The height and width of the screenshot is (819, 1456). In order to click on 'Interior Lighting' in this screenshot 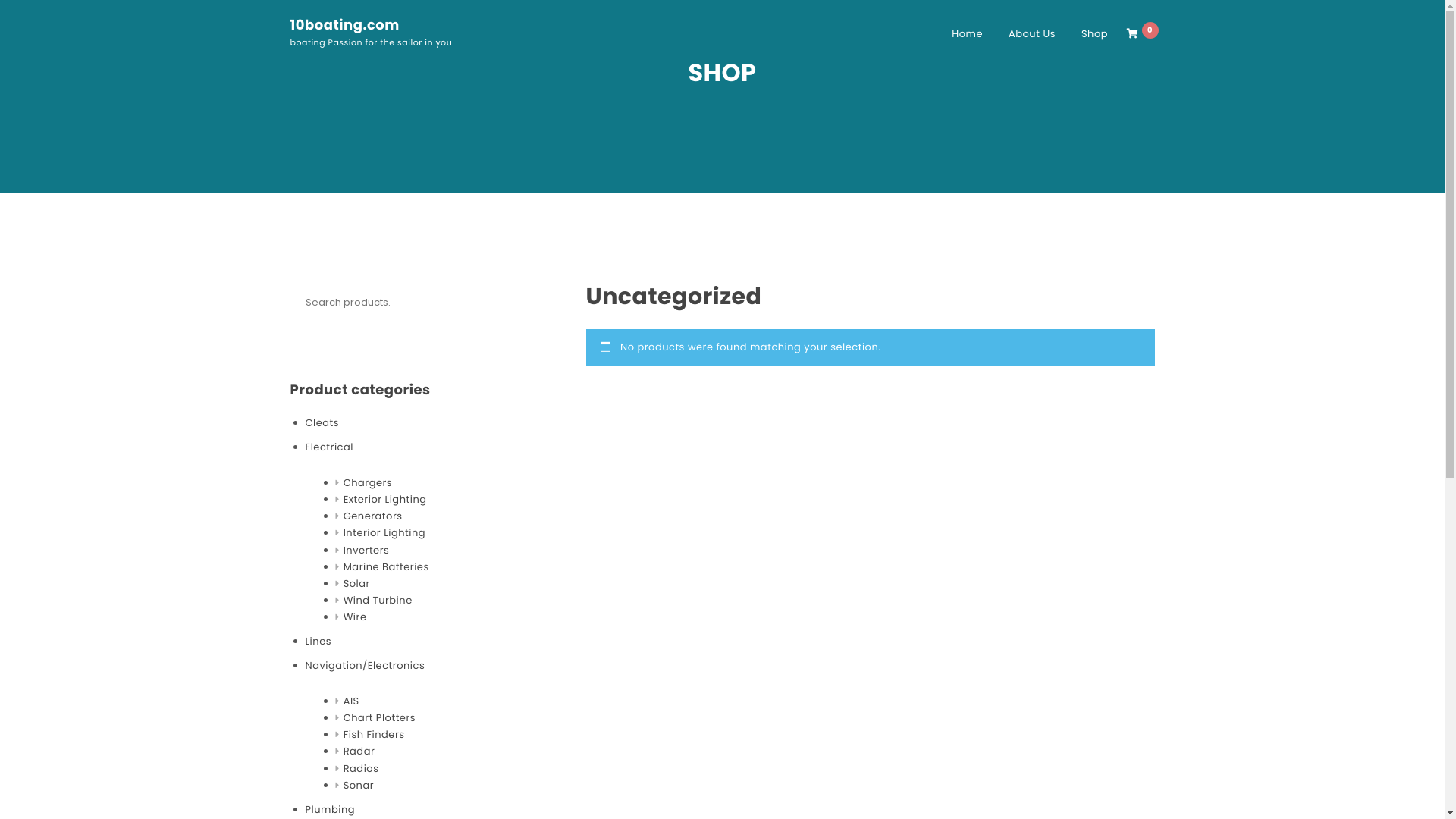, I will do `click(384, 532)`.